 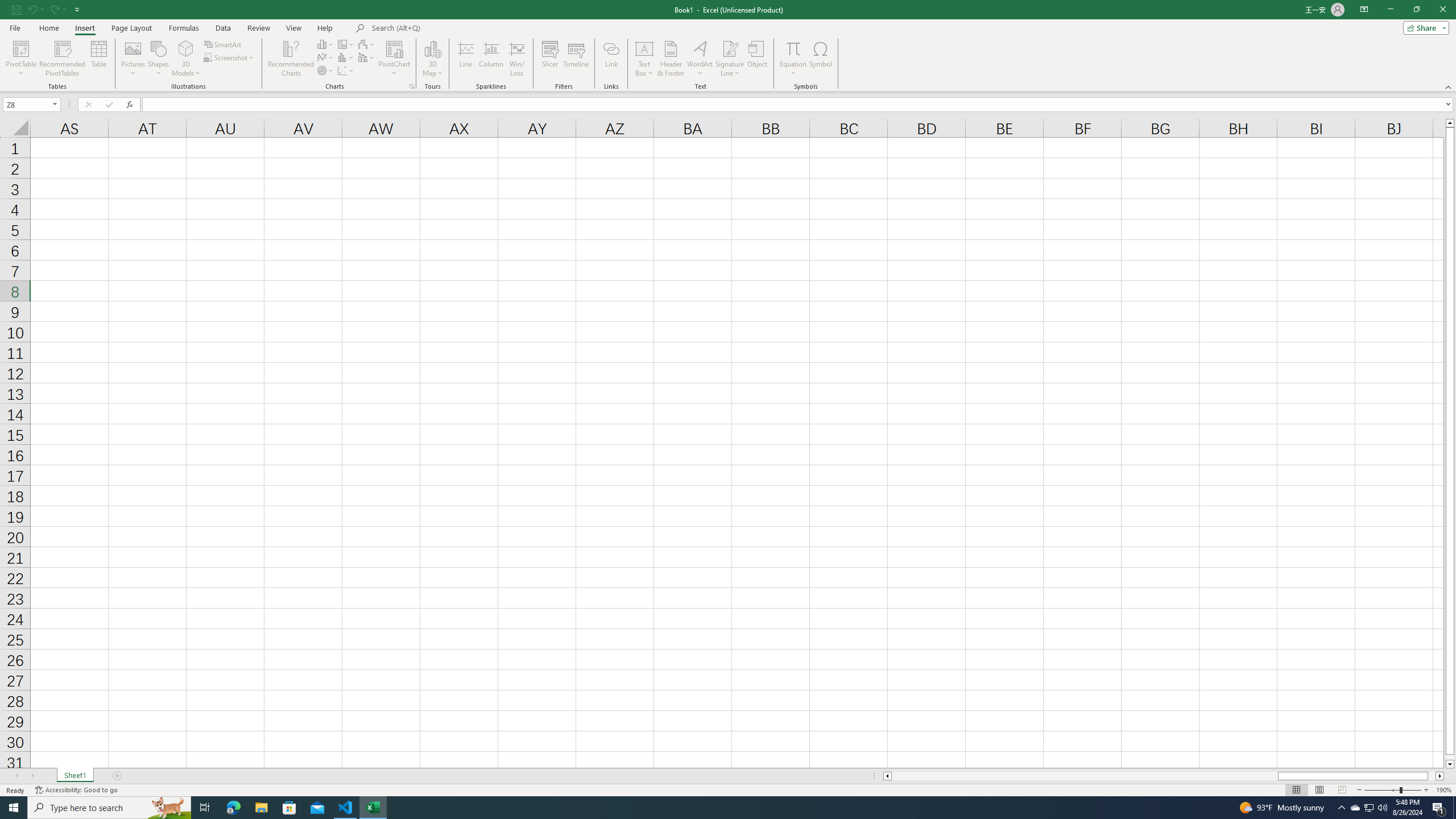 I want to click on 'Insert Line or Area Chart', so click(x=325, y=56).